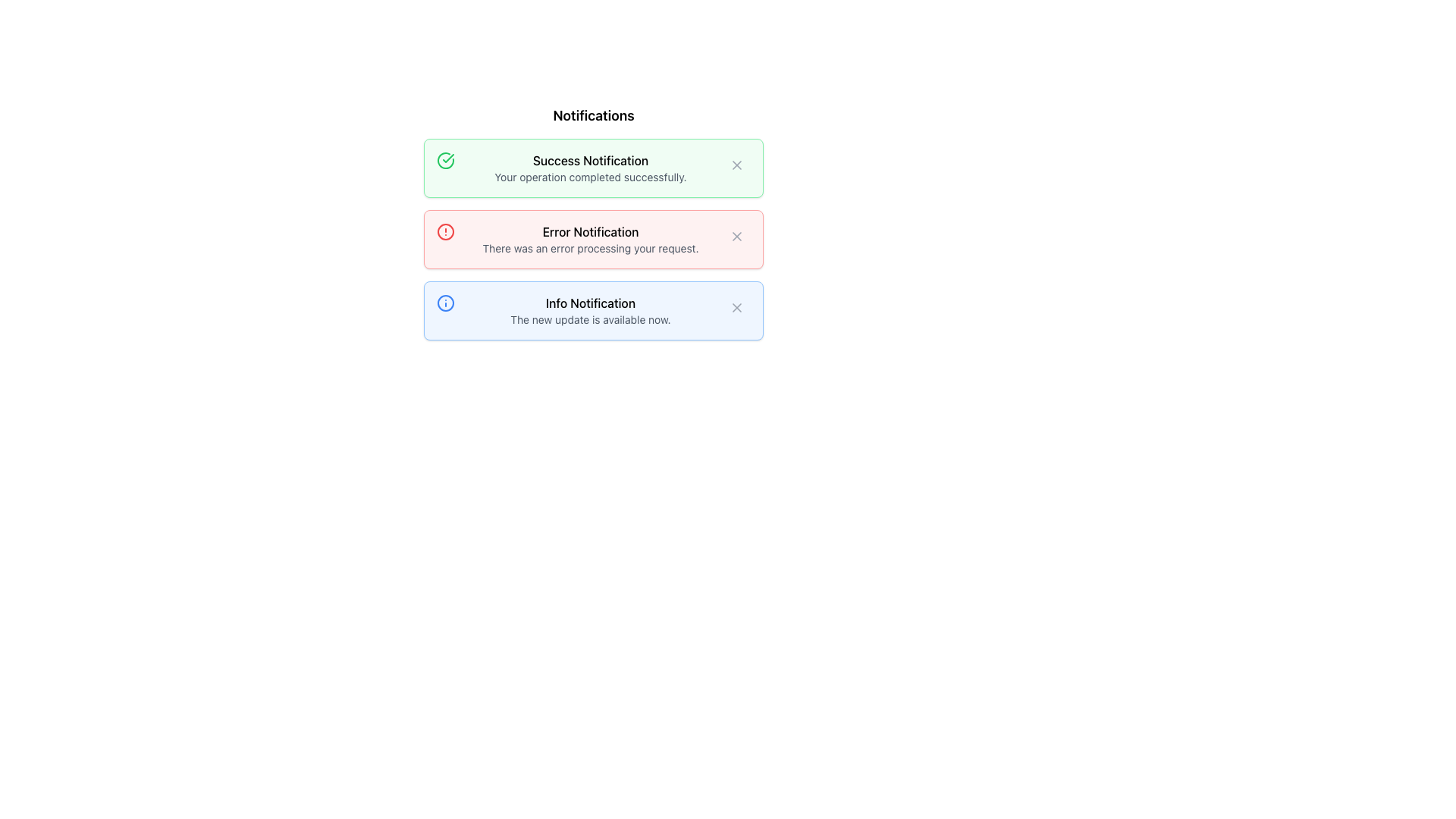 This screenshot has height=819, width=1456. What do you see at coordinates (592, 168) in the screenshot?
I see `the first notification box that indicates successful completion of an operation for potential styling changes` at bounding box center [592, 168].